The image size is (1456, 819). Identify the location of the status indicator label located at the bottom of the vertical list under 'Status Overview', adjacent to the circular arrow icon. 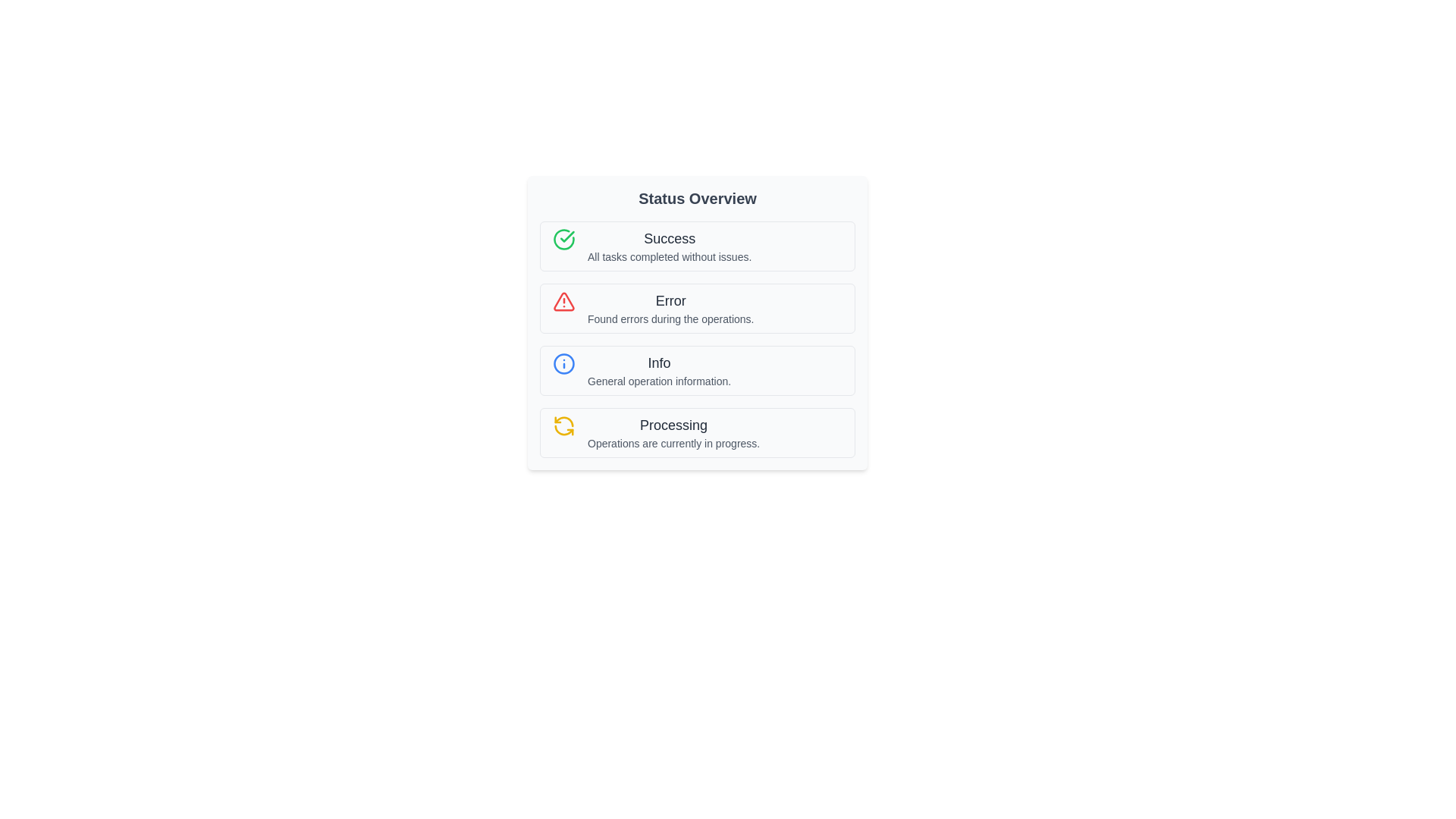
(673, 432).